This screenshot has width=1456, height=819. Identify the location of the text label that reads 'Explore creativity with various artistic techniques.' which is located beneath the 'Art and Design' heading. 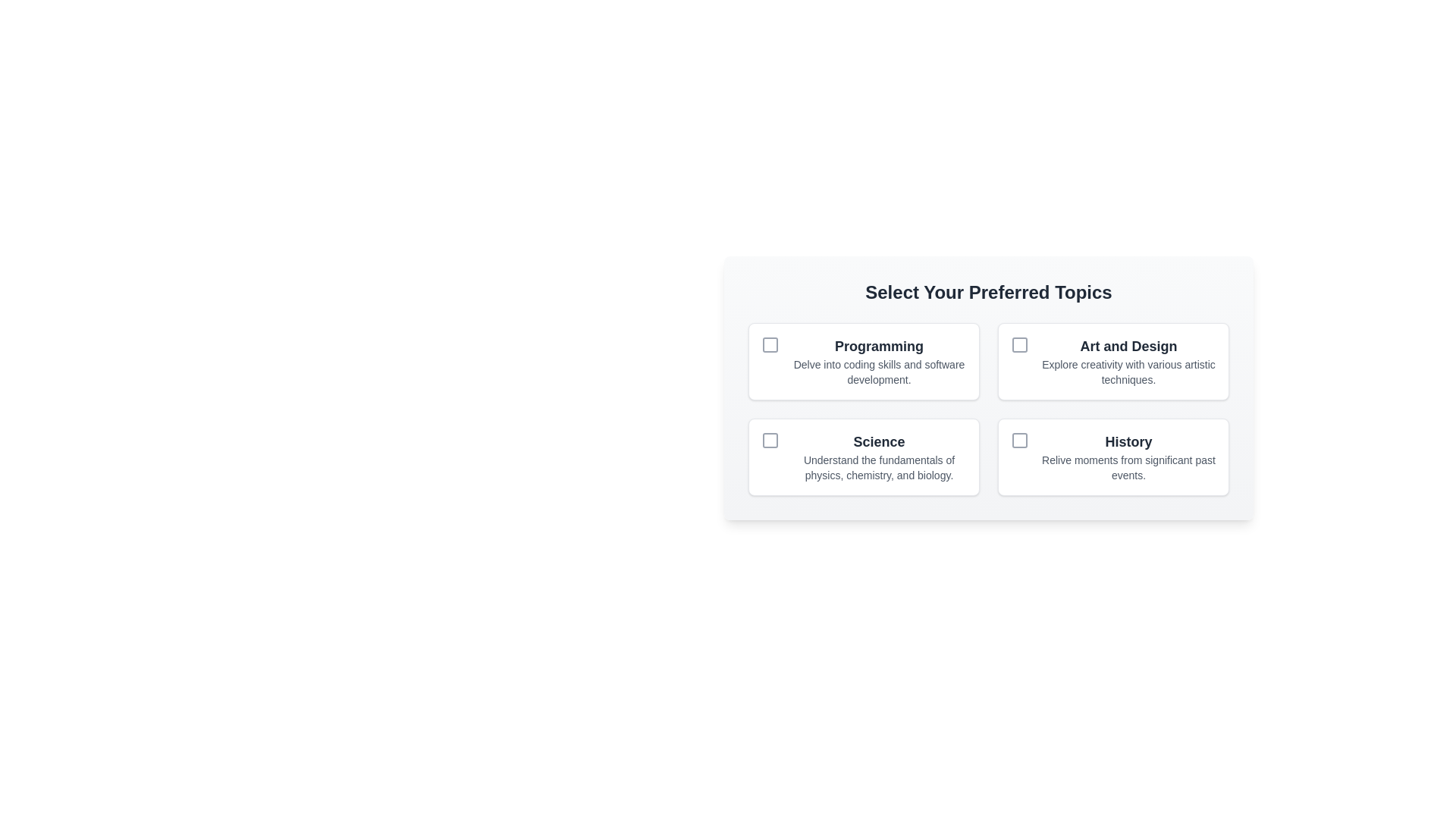
(1128, 372).